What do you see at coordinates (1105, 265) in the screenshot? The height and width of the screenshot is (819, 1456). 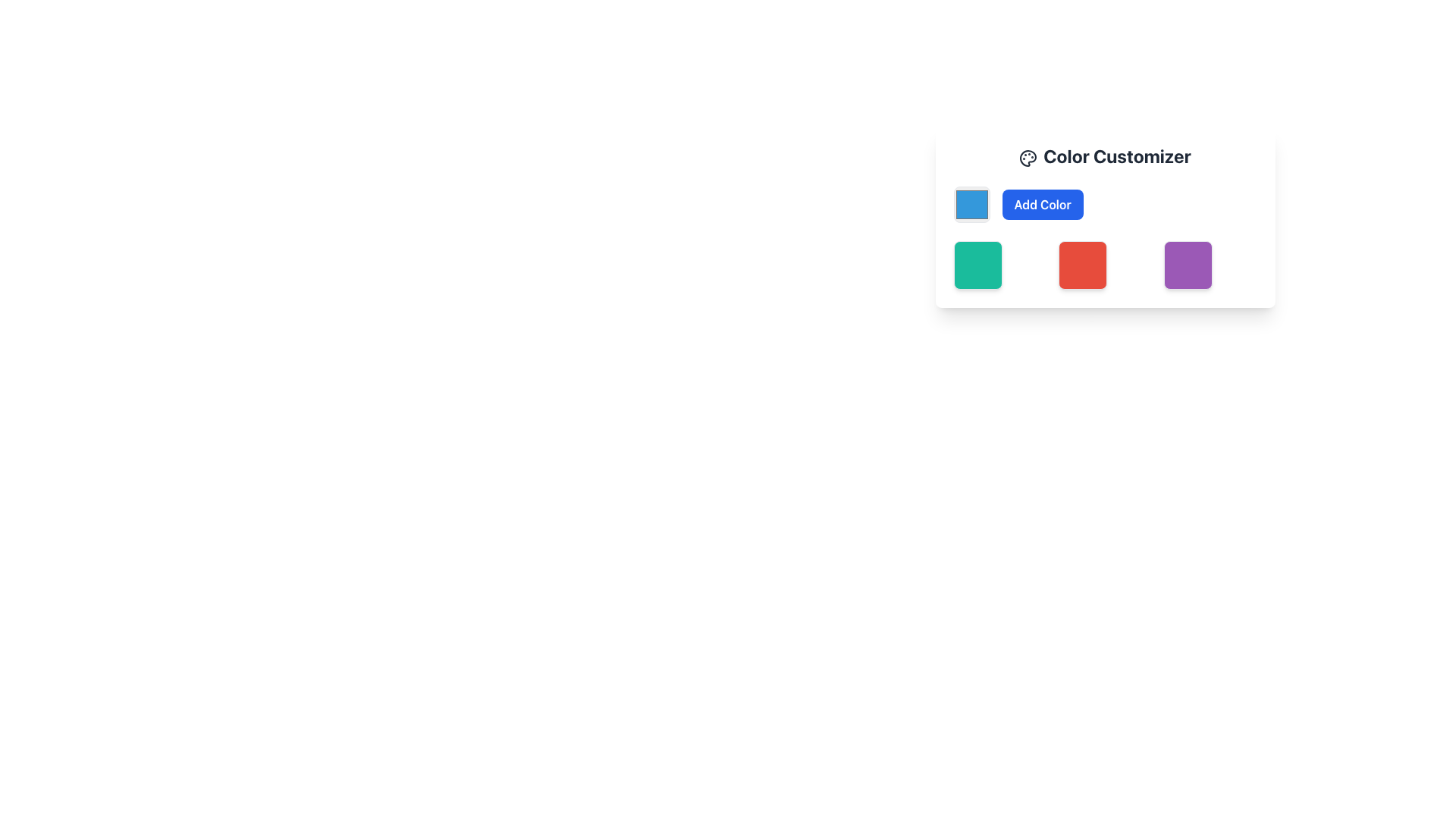 I see `the red colored square element in the color customization interface` at bounding box center [1105, 265].